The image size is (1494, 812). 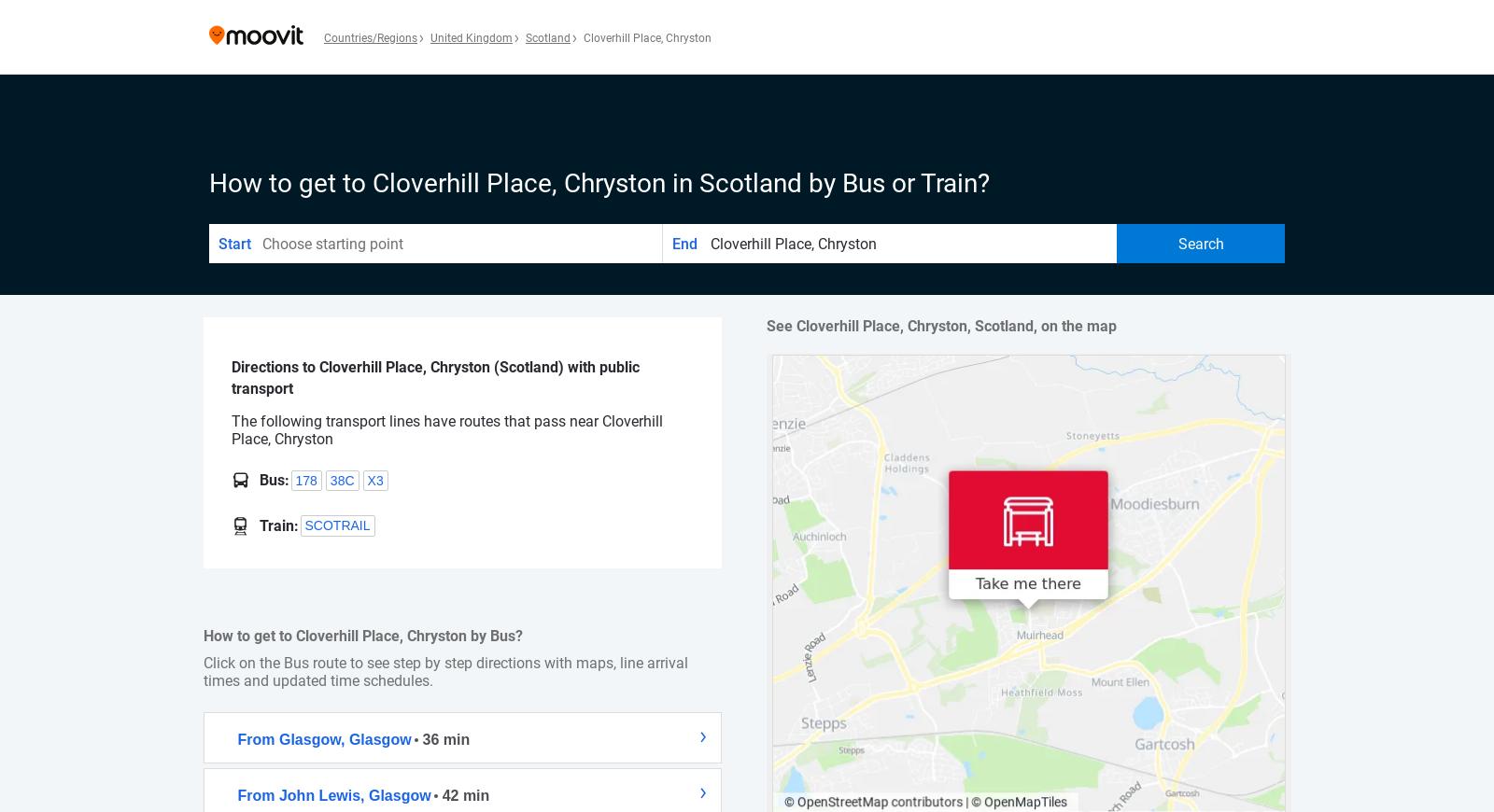 I want to click on 'Scotland', so click(x=547, y=36).